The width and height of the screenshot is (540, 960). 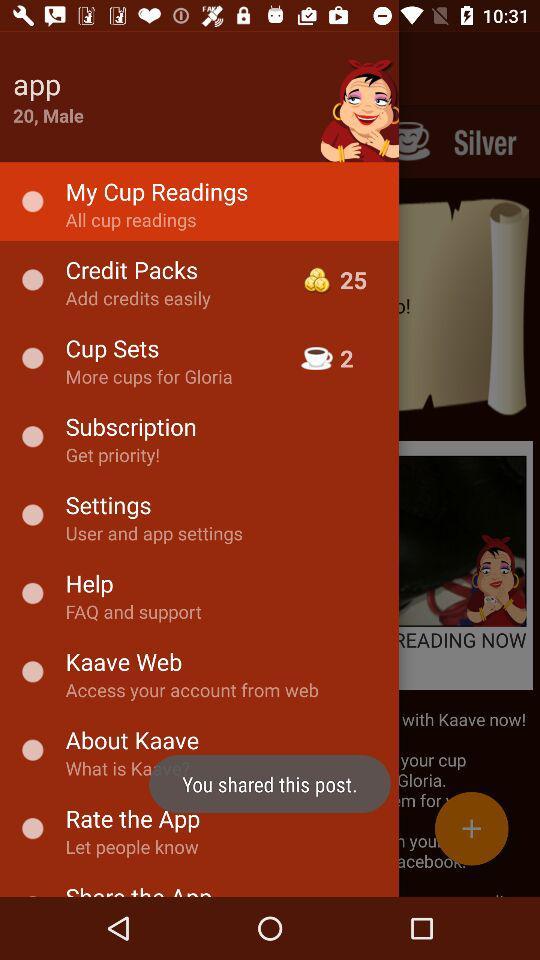 What do you see at coordinates (471, 828) in the screenshot?
I see `the add icon` at bounding box center [471, 828].